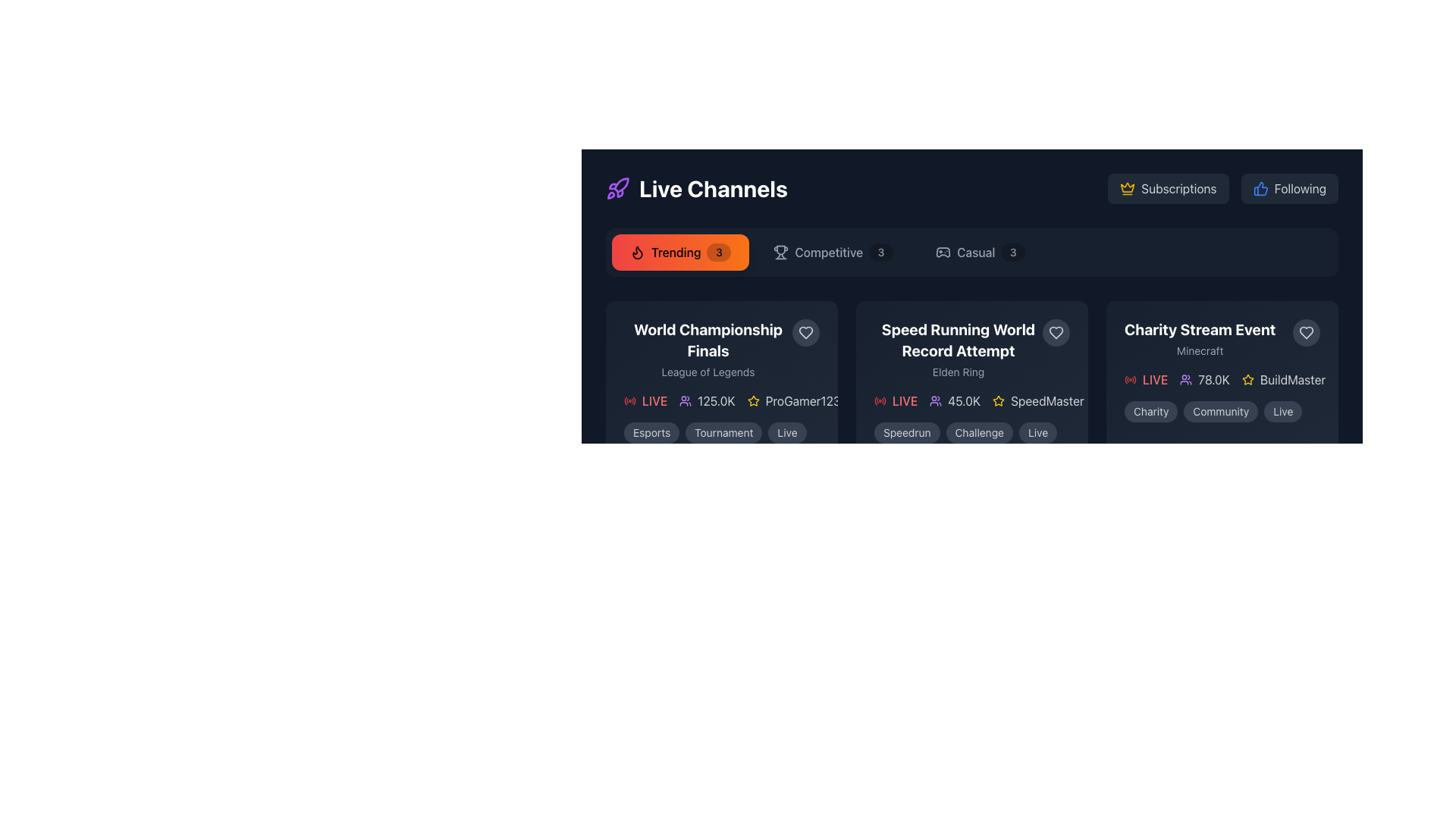 The image size is (1456, 819). Describe the element at coordinates (805, 332) in the screenshot. I see `the 'like' or 'favorite' button located in the upper-right area of the 'World Championship Finals' card` at that location.